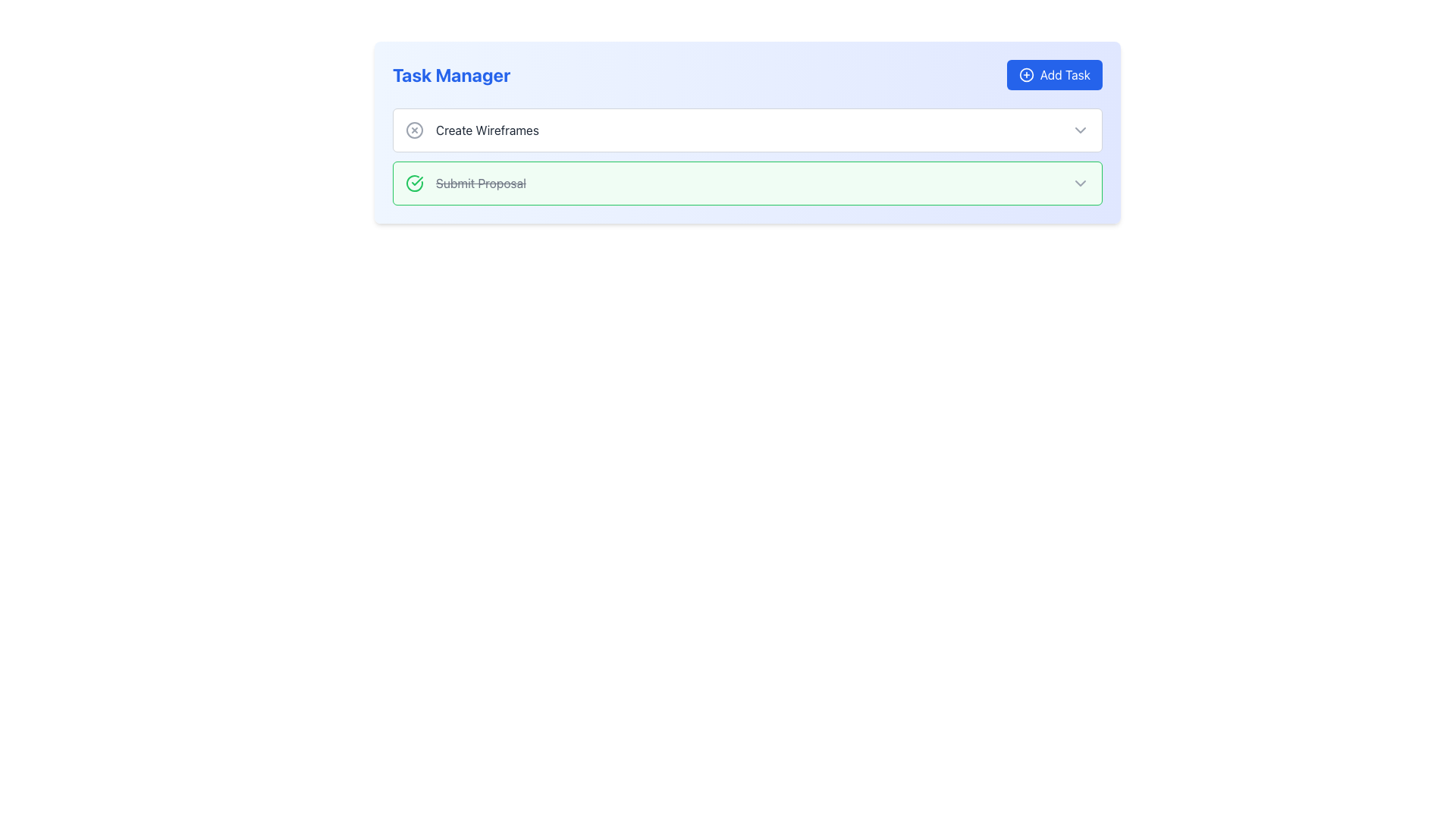  Describe the element at coordinates (417, 180) in the screenshot. I see `the smaller green checkmark icon inside the circular icon located to the left of the 'Submit Proposal' task item` at that location.